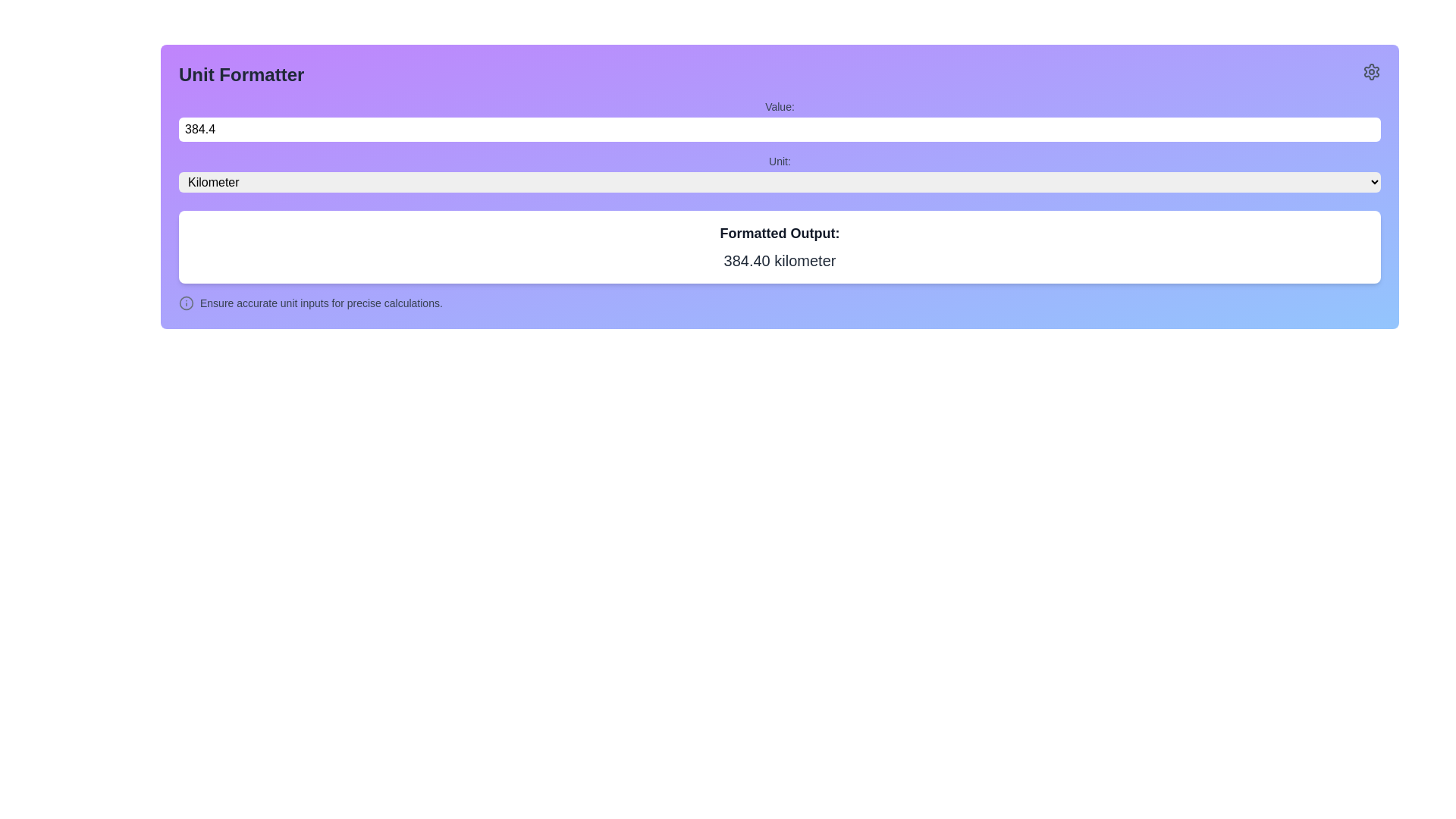 The width and height of the screenshot is (1456, 819). I want to click on the dropdown menu labeled 'Kilometer', so click(780, 181).